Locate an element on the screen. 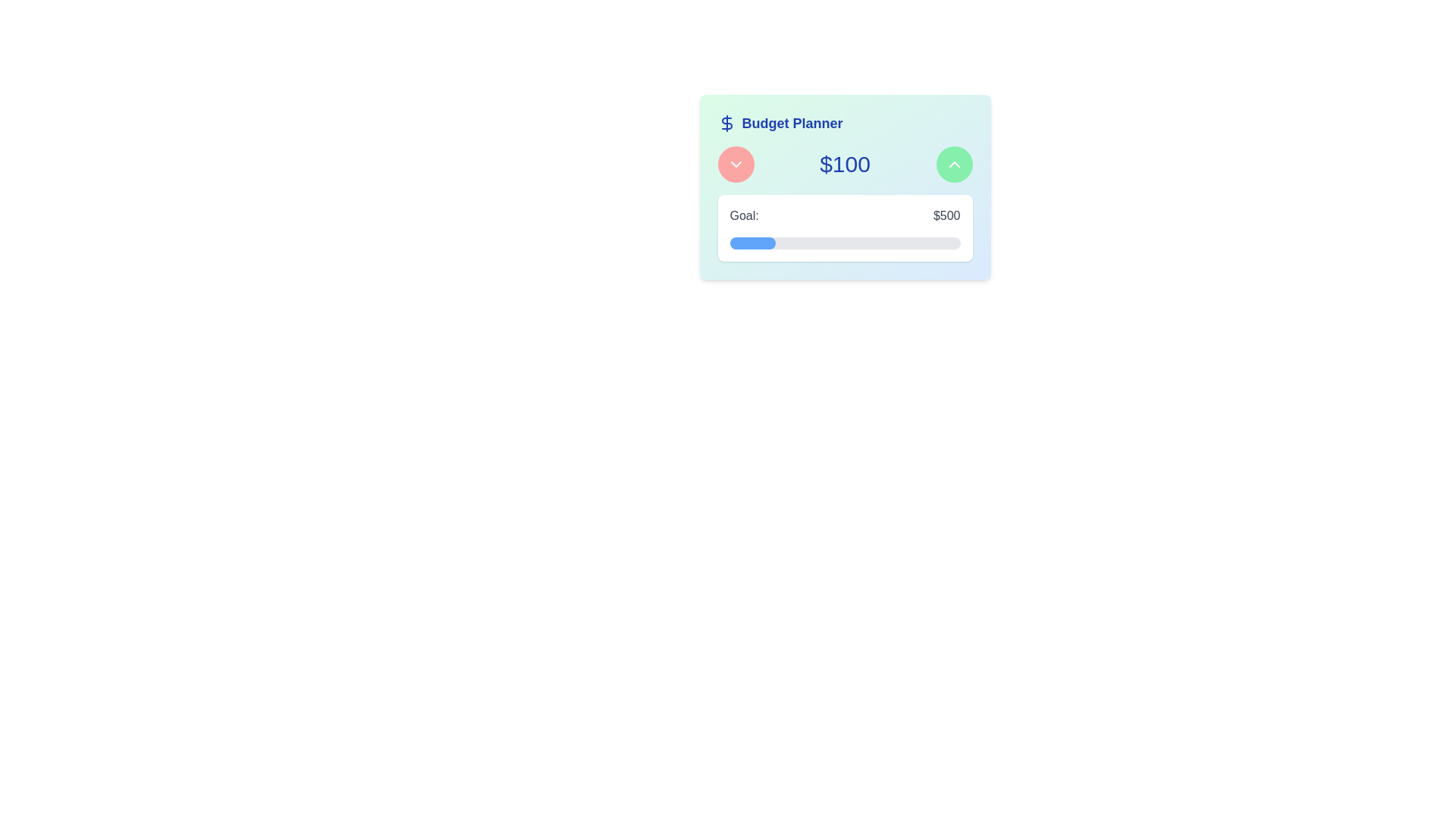 The width and height of the screenshot is (1456, 819). the financial icon located at the leftmost side of the header section of the budget planner card is located at coordinates (726, 122).